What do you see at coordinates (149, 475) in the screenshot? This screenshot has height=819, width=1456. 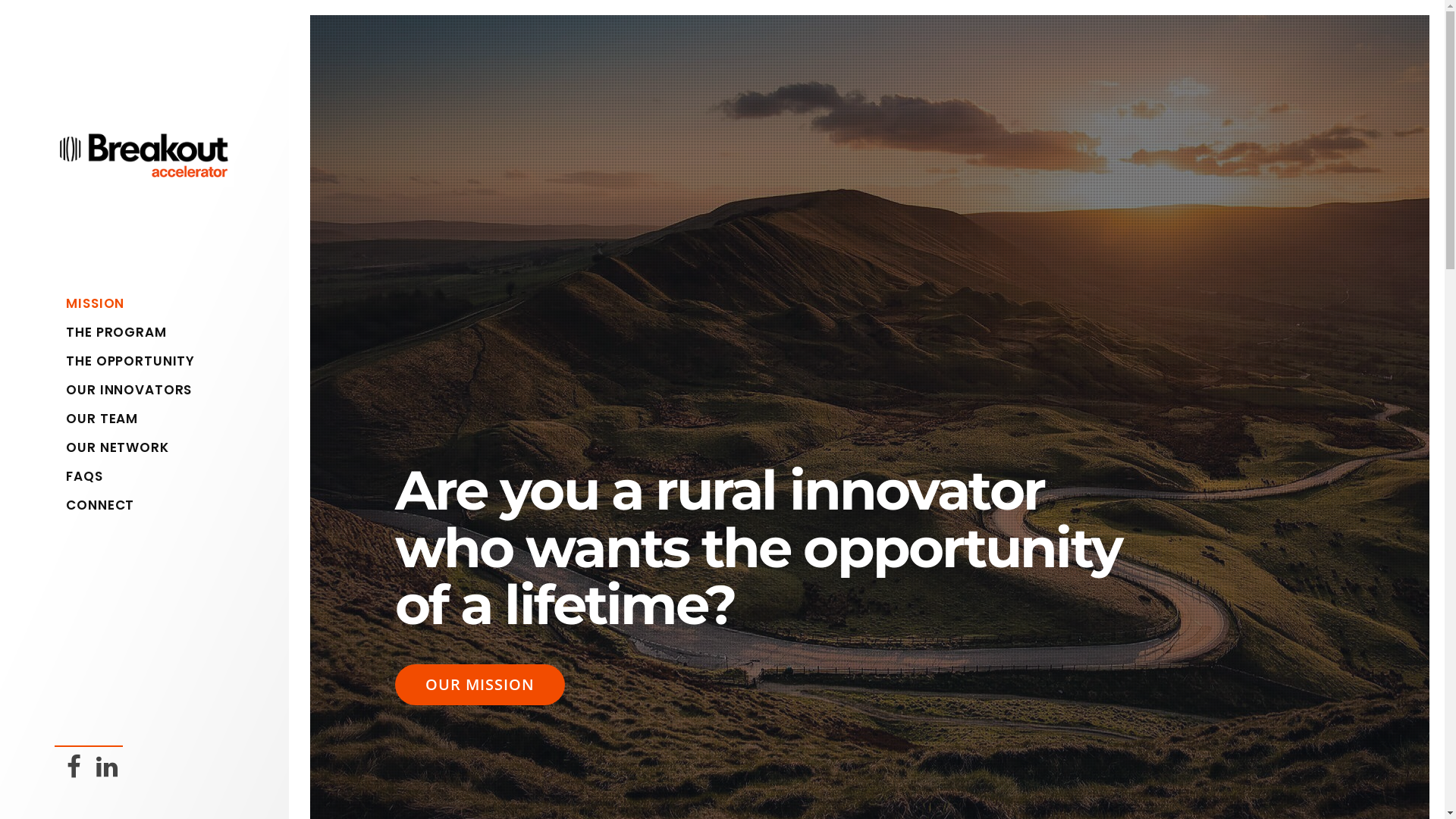 I see `'FAQS'` at bounding box center [149, 475].